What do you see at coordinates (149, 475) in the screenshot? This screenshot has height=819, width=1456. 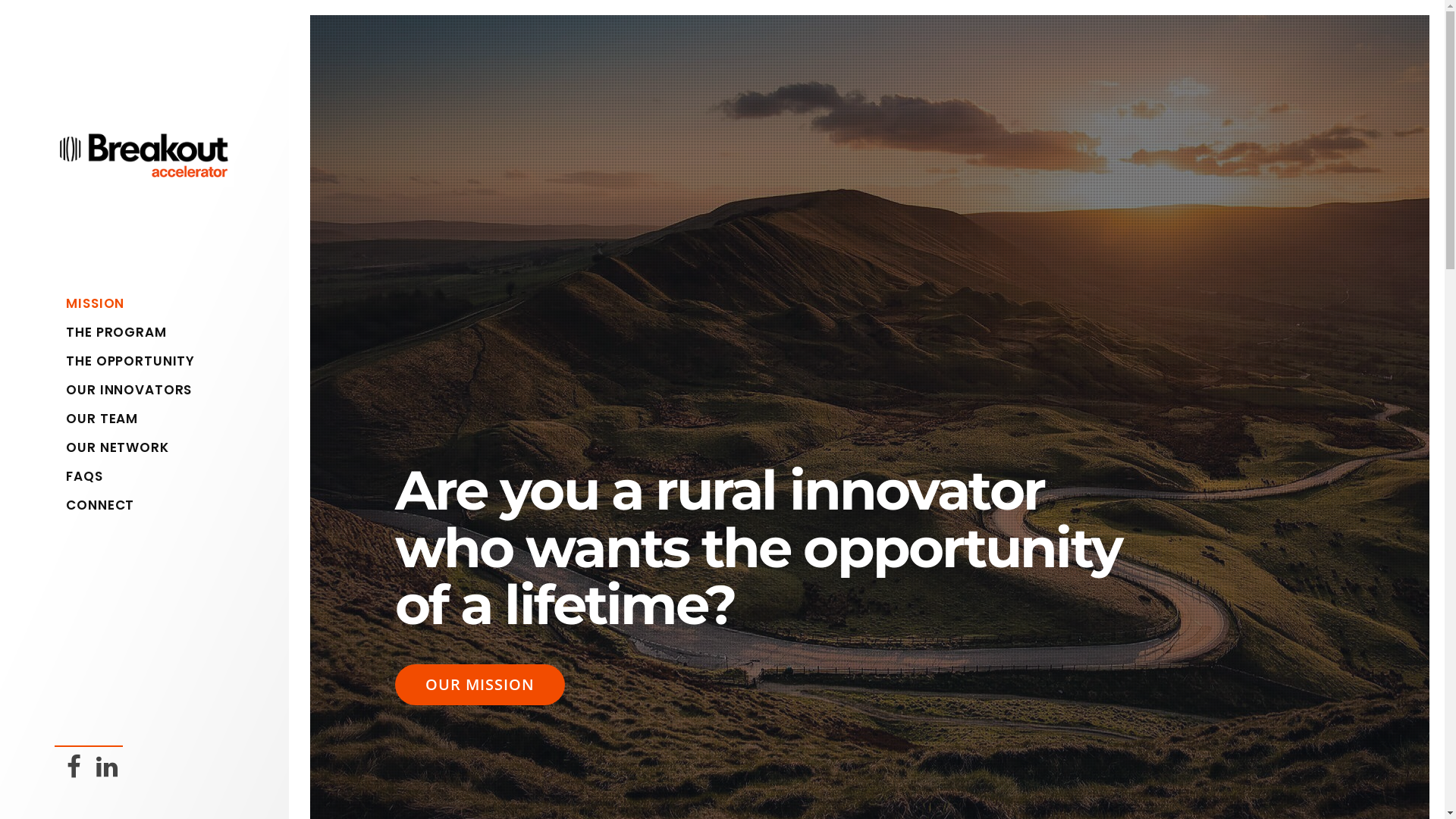 I see `'FAQS'` at bounding box center [149, 475].